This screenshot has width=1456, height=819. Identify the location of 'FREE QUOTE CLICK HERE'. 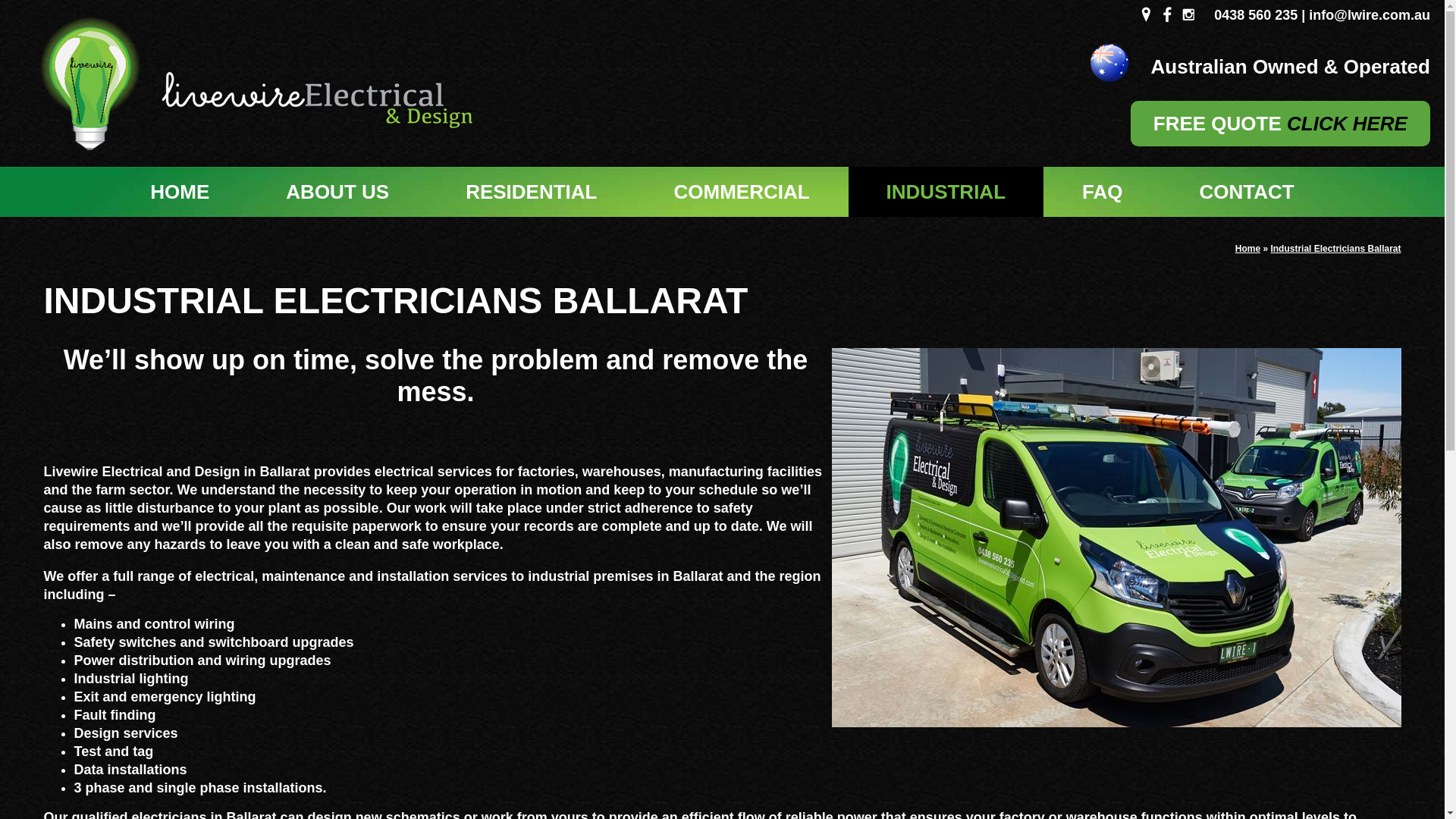
(1279, 122).